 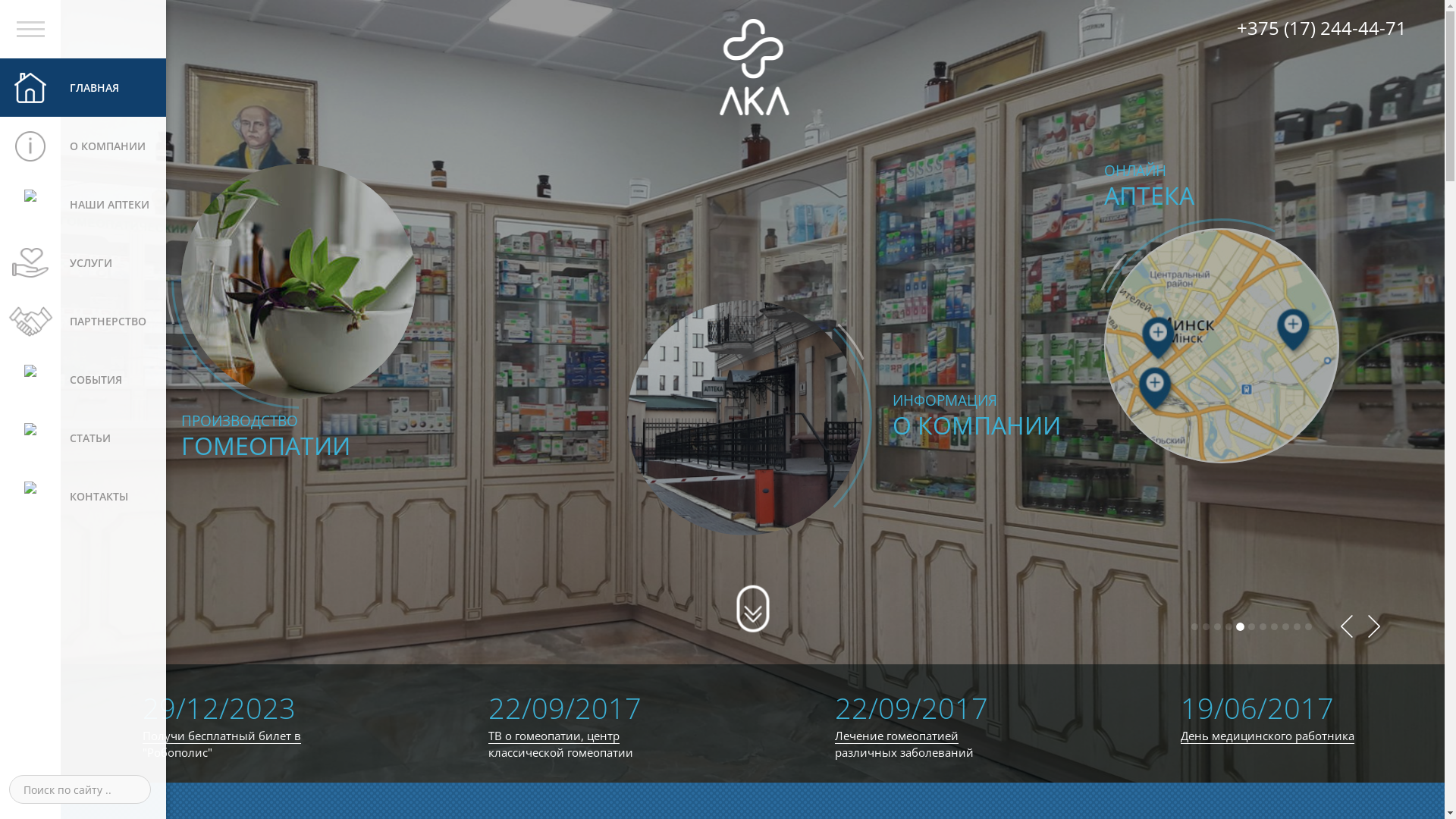 I want to click on '4', so click(x=1228, y=626).